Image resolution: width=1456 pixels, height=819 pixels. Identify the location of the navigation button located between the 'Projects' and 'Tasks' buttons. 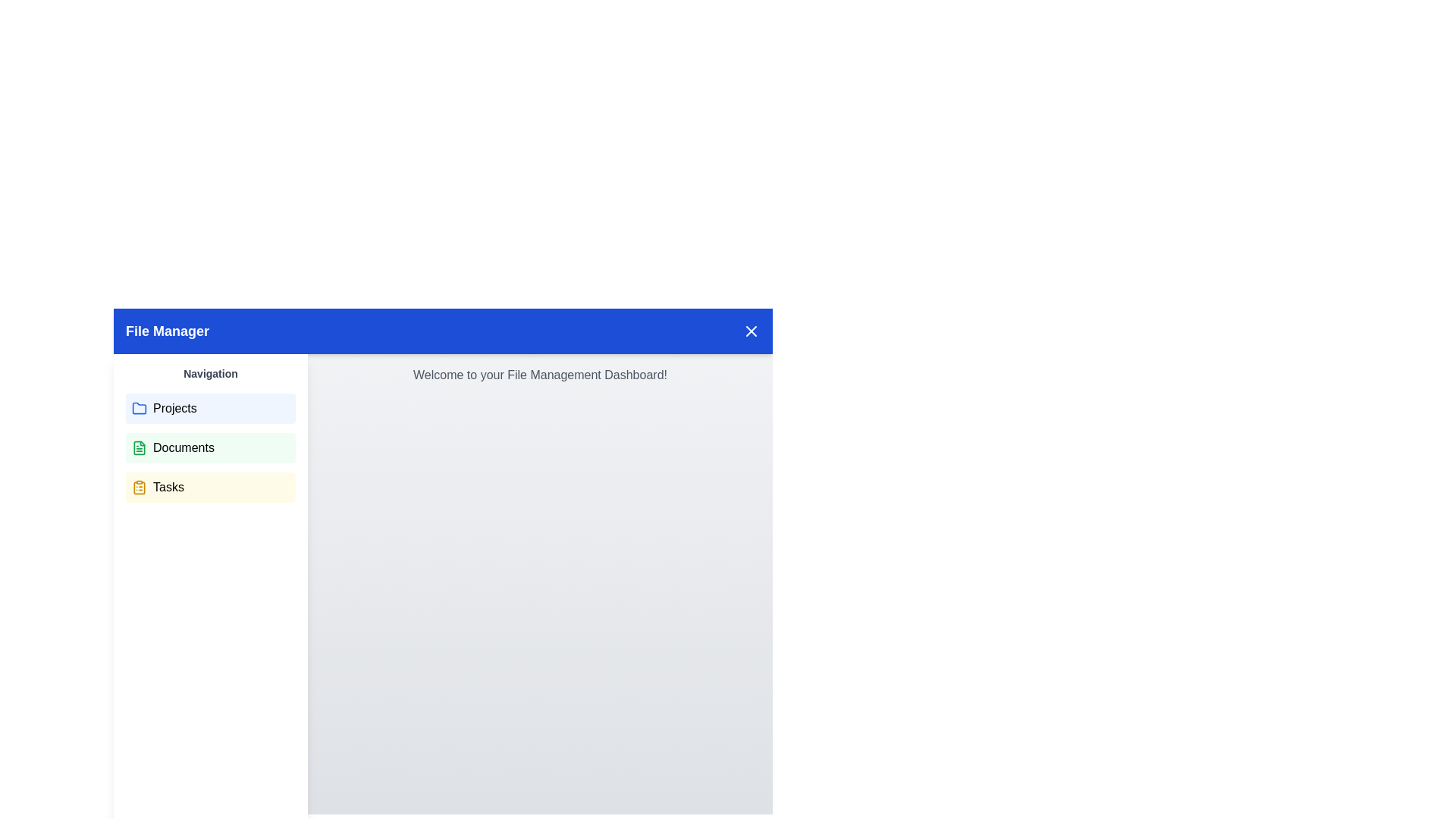
(210, 447).